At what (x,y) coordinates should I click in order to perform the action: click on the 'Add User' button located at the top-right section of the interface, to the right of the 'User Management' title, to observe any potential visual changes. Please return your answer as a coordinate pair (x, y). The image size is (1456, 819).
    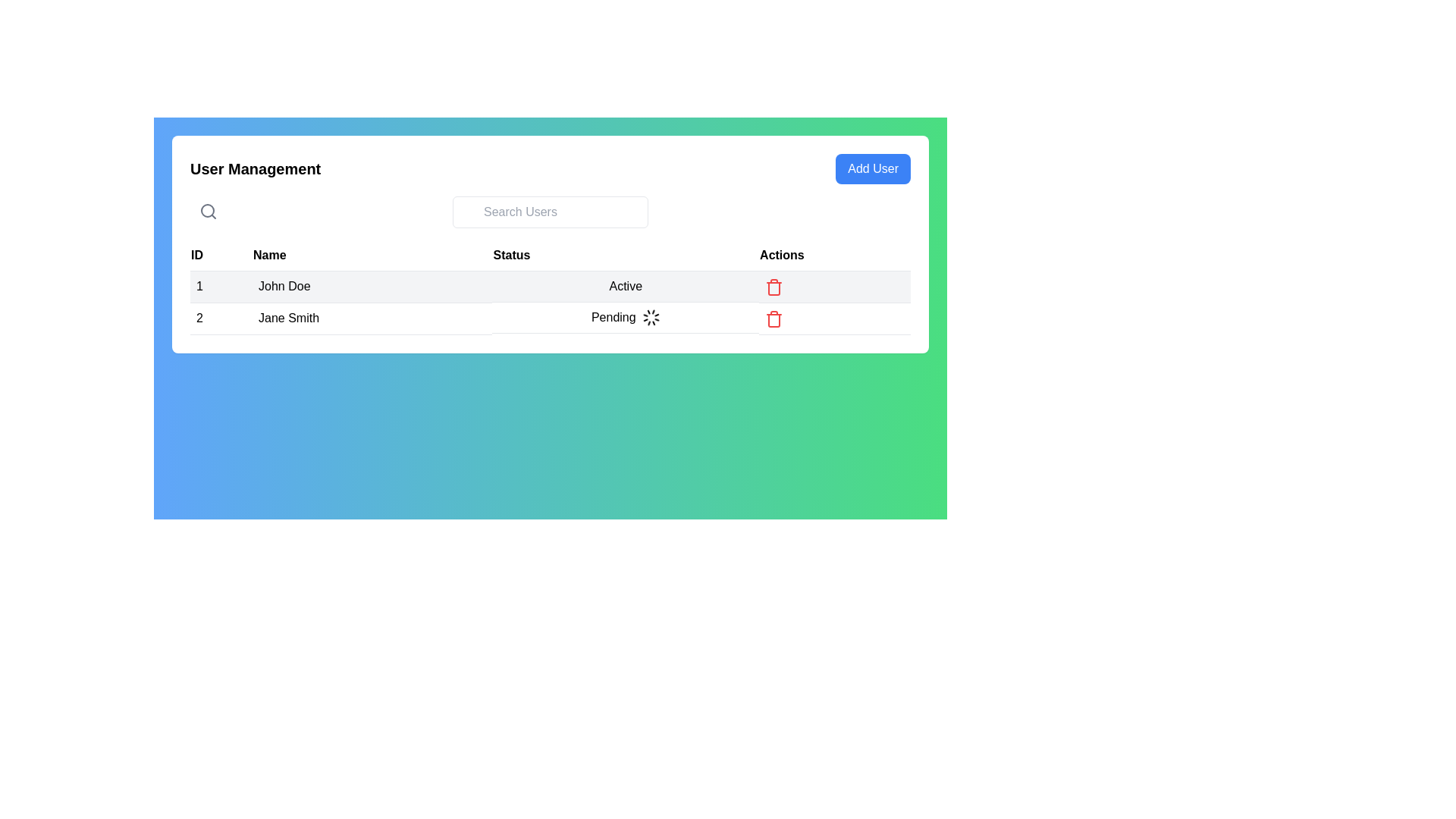
    Looking at the image, I should click on (873, 169).